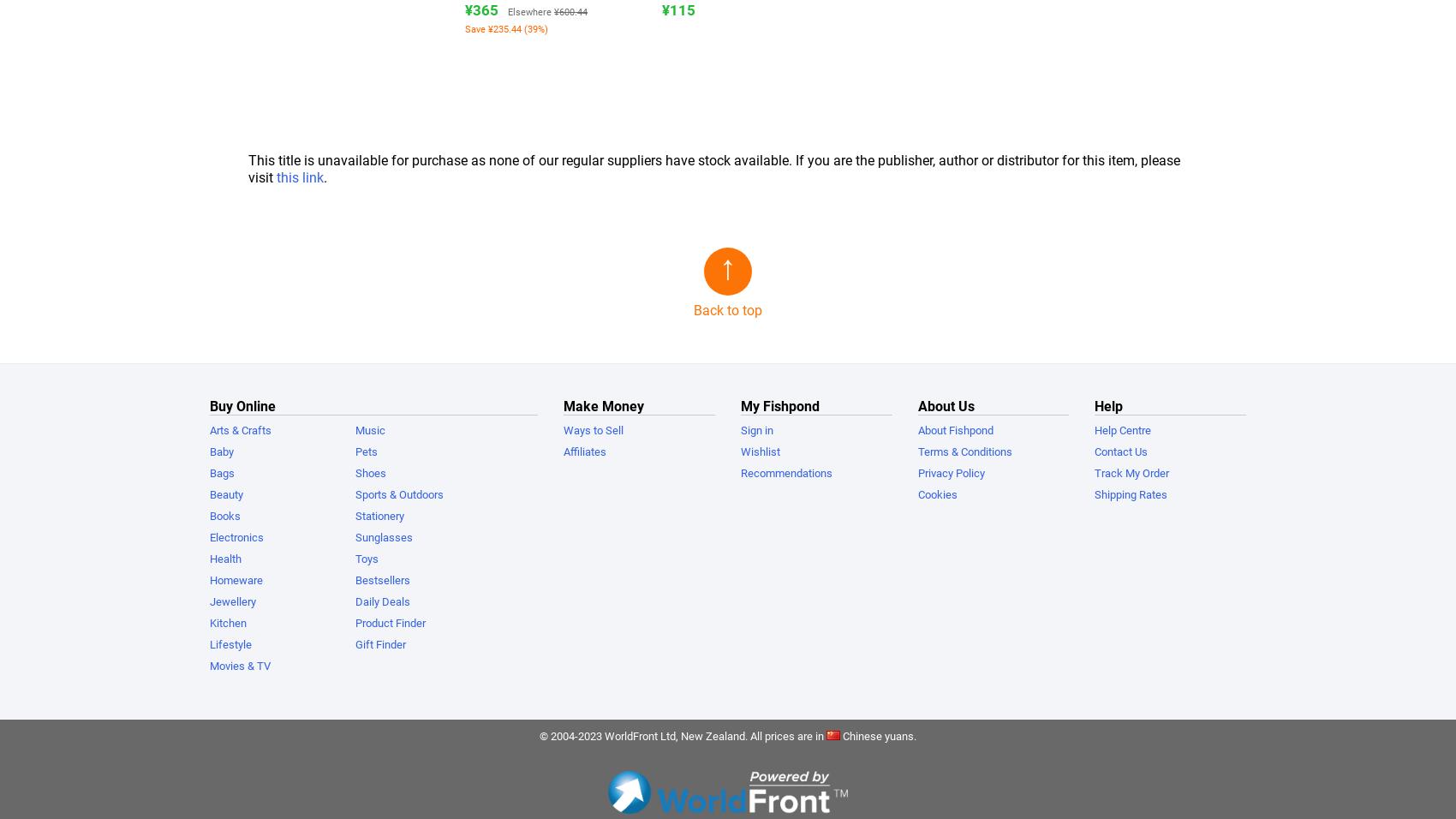 This screenshot has width=1456, height=819. What do you see at coordinates (1268, 9) in the screenshot?
I see `'¥434'` at bounding box center [1268, 9].